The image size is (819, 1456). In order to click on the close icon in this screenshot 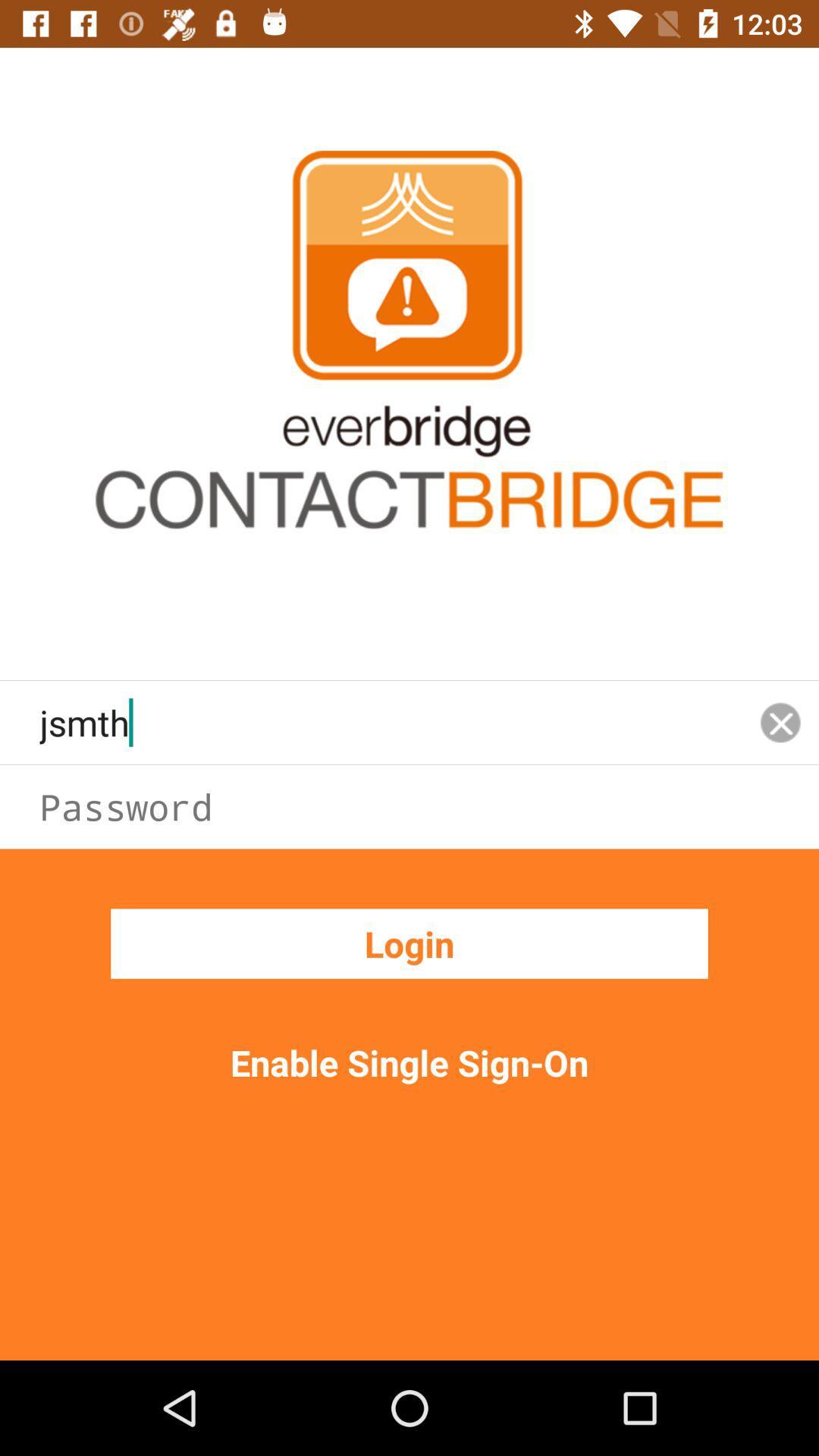, I will do `click(780, 721)`.